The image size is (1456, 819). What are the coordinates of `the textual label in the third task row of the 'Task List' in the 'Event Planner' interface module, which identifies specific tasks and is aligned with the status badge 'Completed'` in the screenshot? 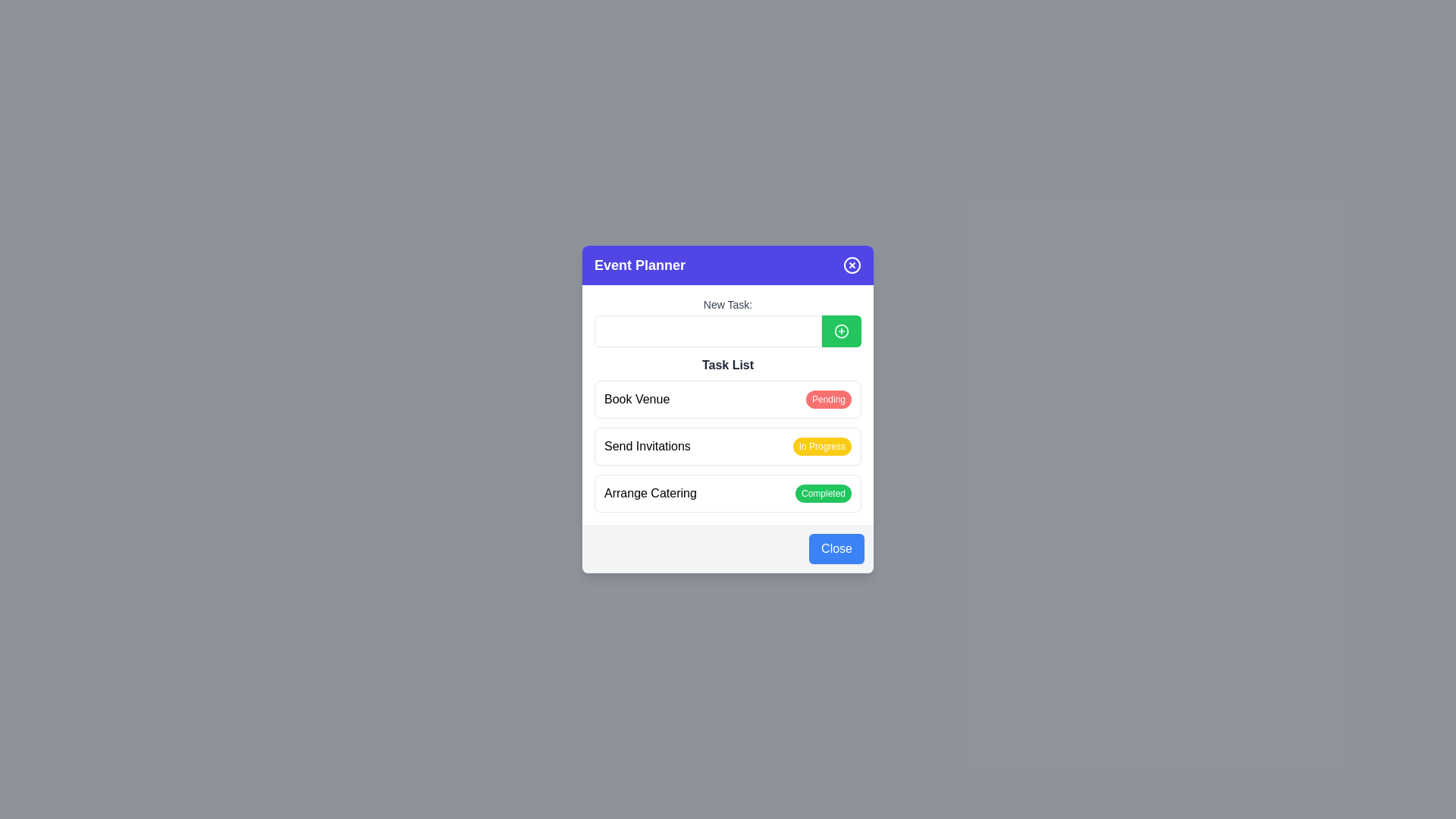 It's located at (650, 494).